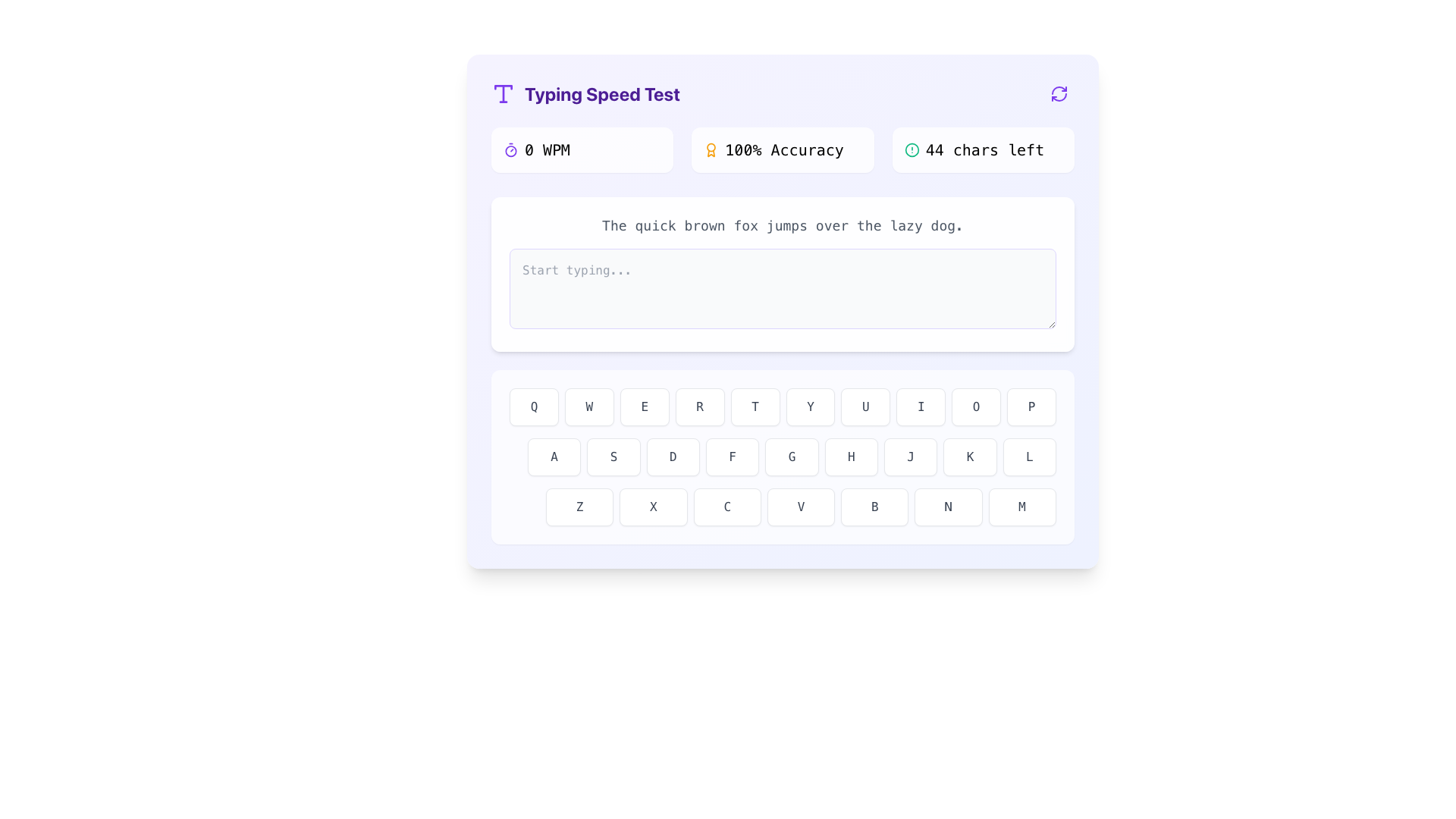  Describe the element at coordinates (503, 87) in the screenshot. I see `the decorative line segment within the SVG graphic that represents 'Typing Speed Test' located near the top of the interface` at that location.